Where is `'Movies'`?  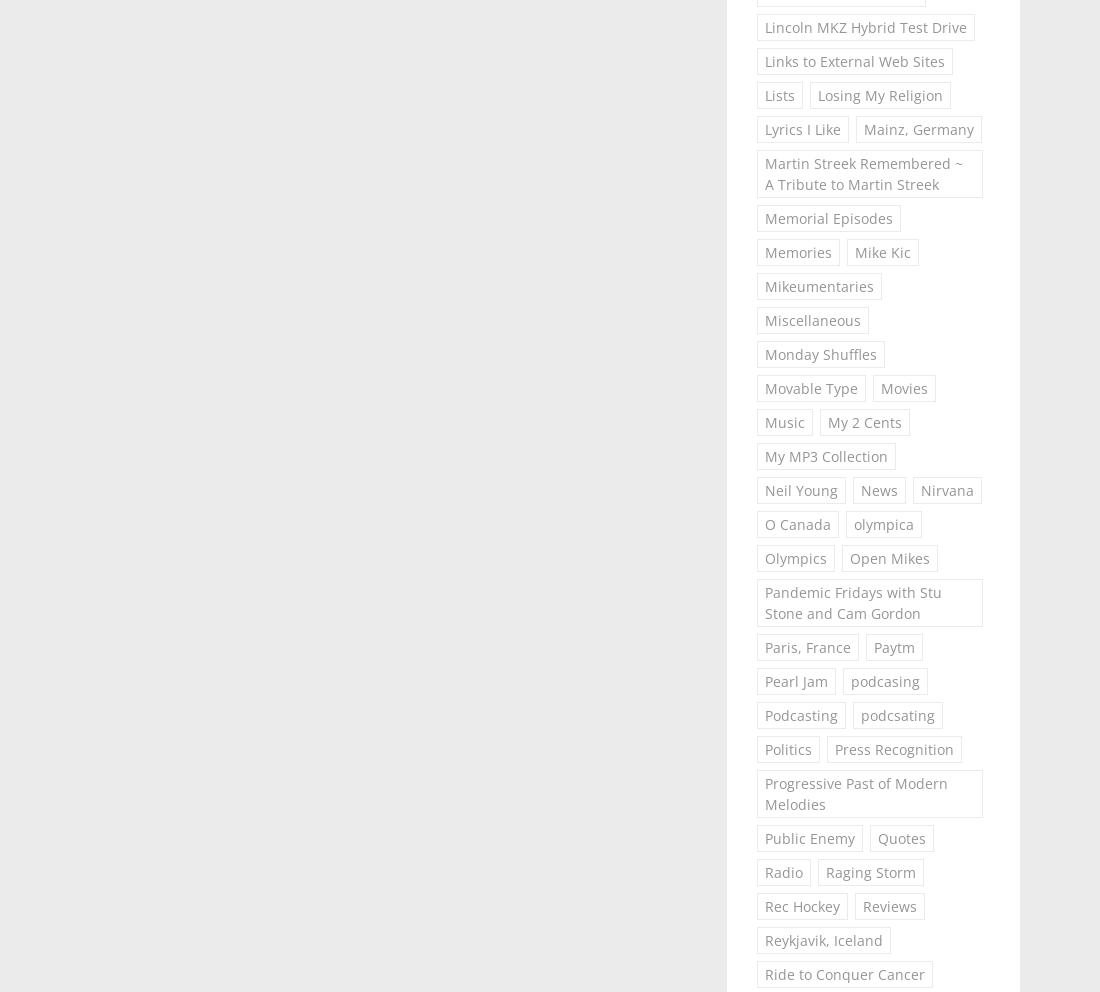
'Movies' is located at coordinates (903, 388).